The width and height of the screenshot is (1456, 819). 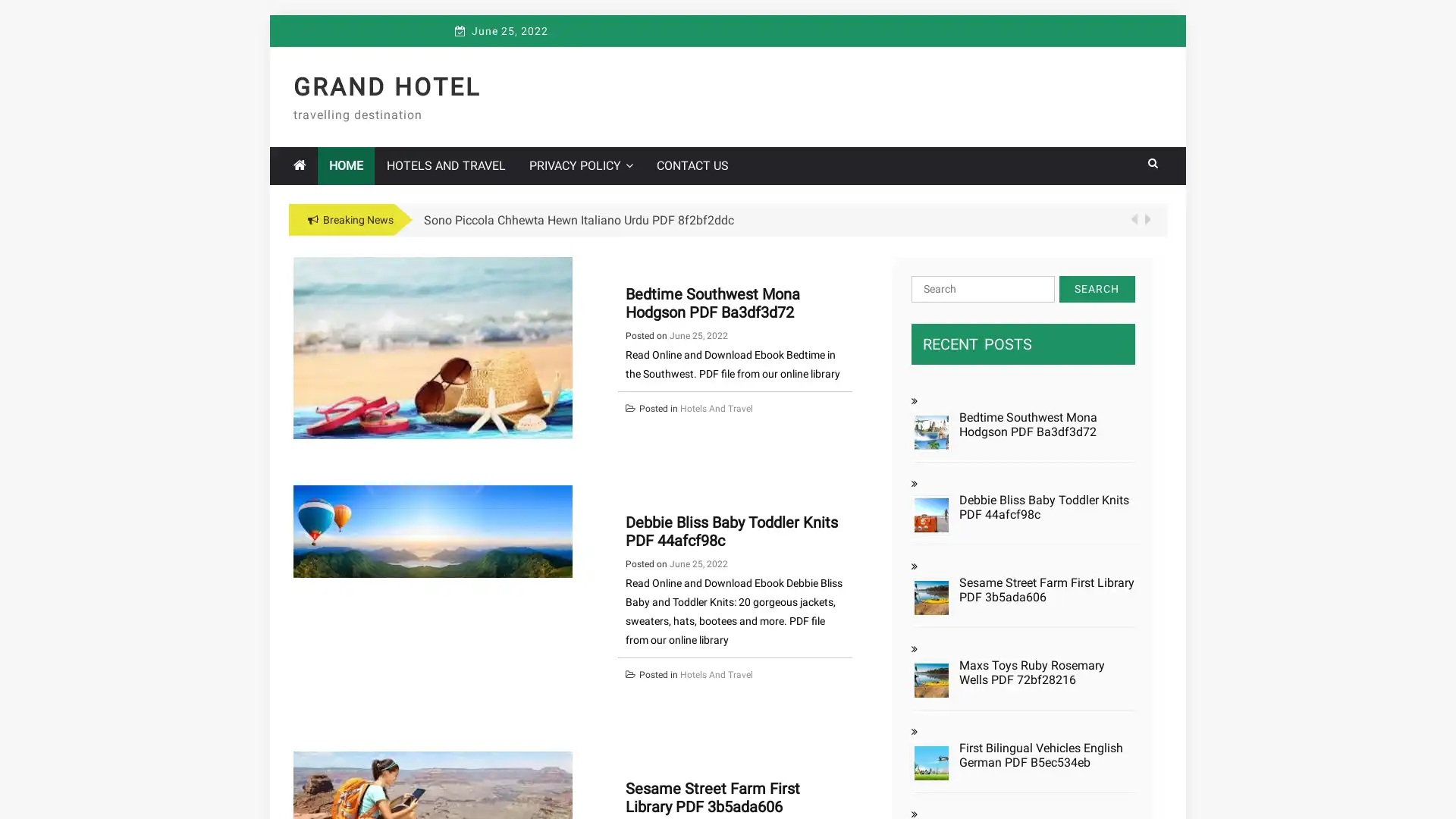 What do you see at coordinates (1096, 288) in the screenshot?
I see `Search` at bounding box center [1096, 288].